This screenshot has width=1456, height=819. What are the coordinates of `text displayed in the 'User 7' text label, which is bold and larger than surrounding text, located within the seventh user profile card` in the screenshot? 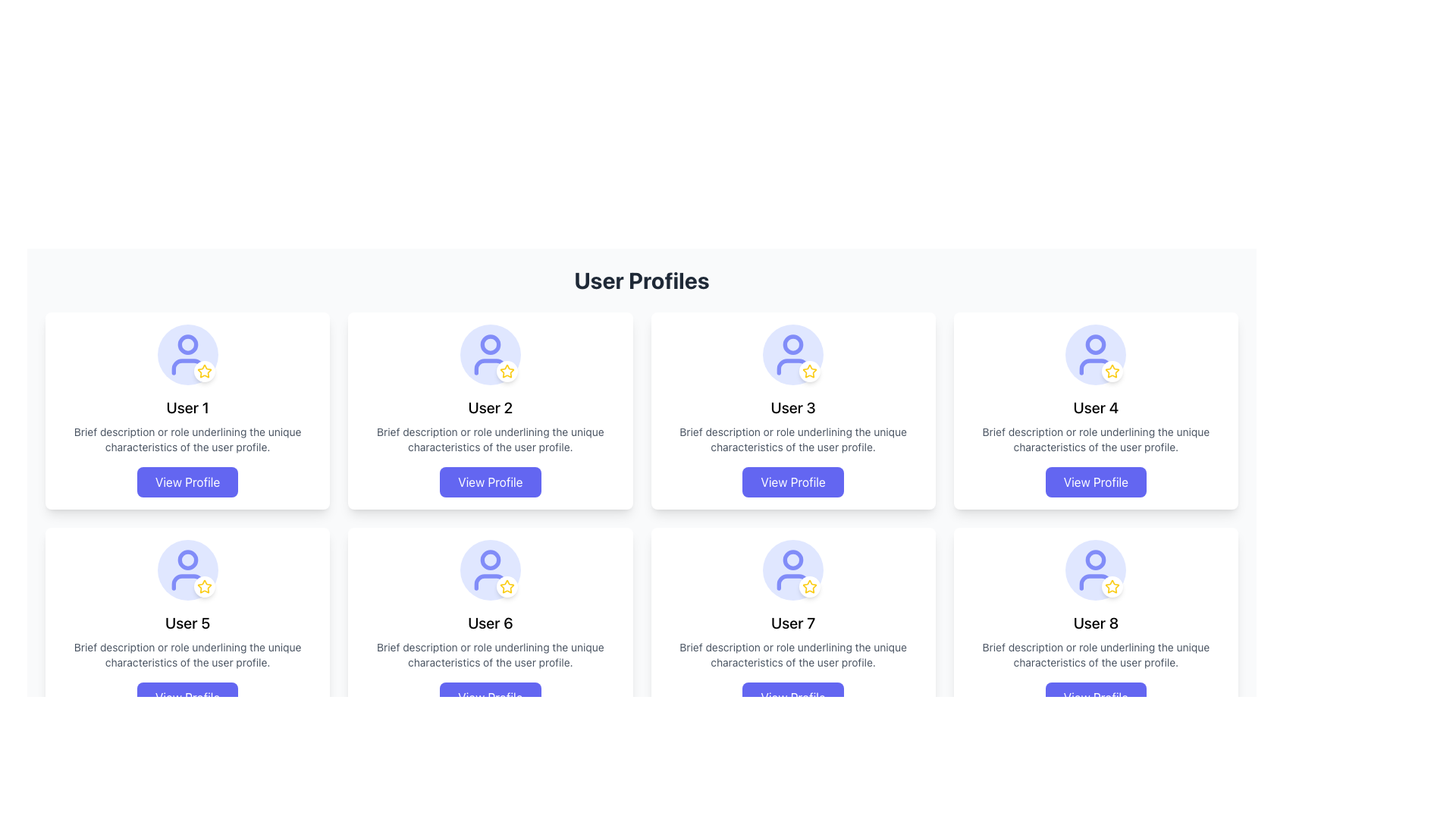 It's located at (792, 623).